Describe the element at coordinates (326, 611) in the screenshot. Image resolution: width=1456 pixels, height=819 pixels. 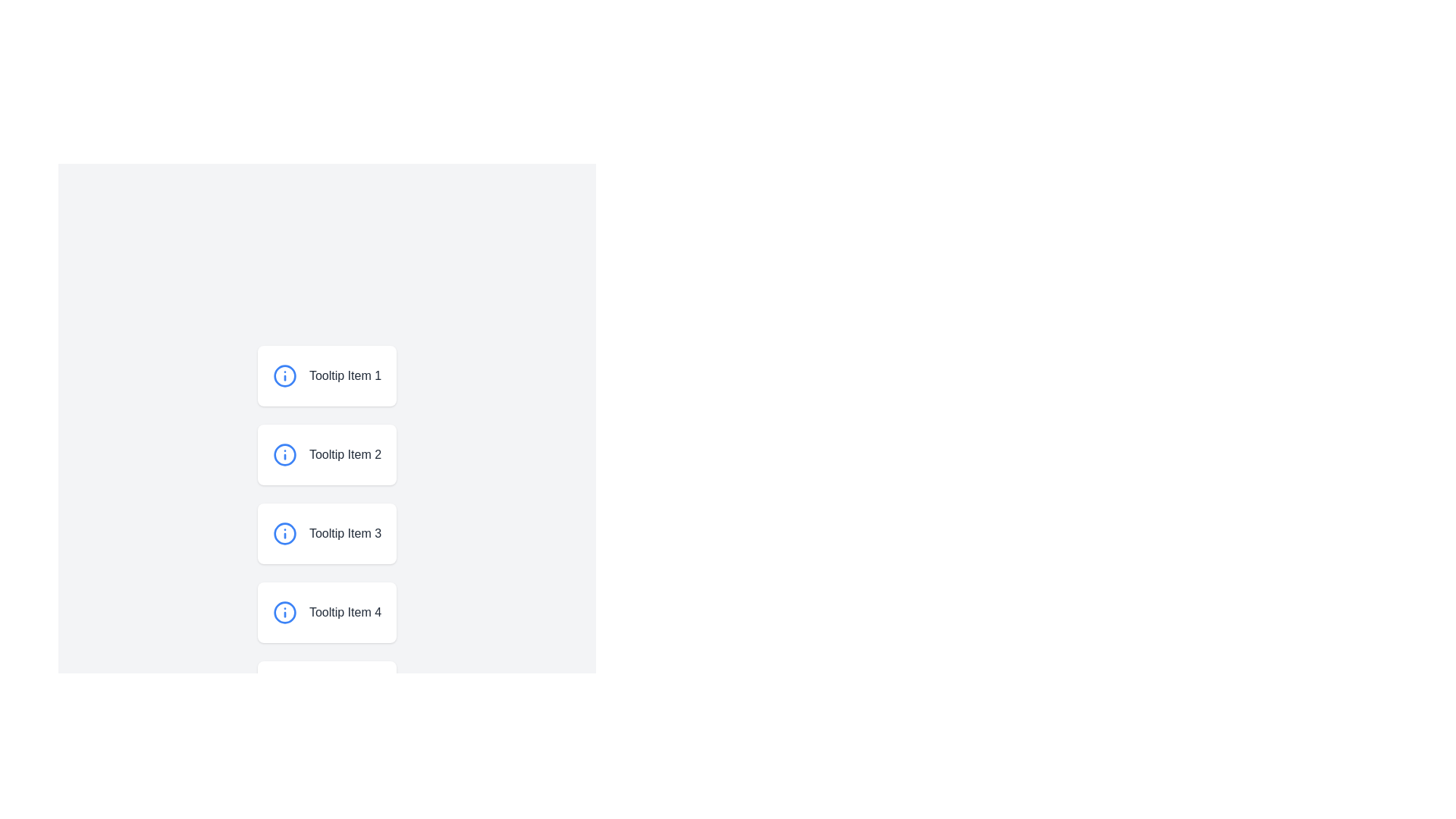
I see `the fourth selectable item card in the vertical list for keyboard navigation` at that location.